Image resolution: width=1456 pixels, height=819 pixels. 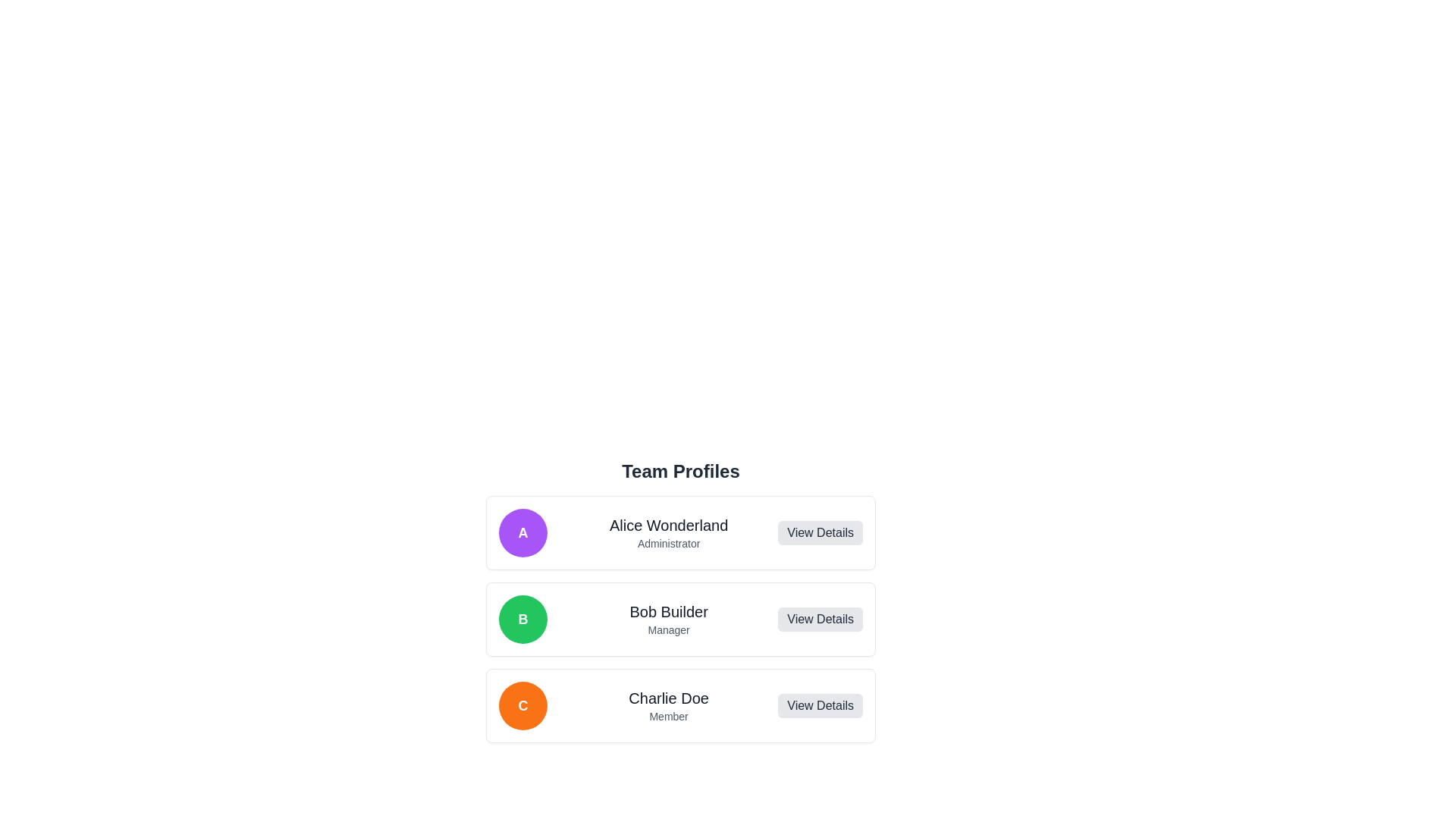 What do you see at coordinates (679, 620) in the screenshot?
I see `the Profile summary row for 'Bob Builder', which contains a green icon 'B', the name 'Bob Builder' in bold, the role 'Manager', and a 'View Details' button` at bounding box center [679, 620].